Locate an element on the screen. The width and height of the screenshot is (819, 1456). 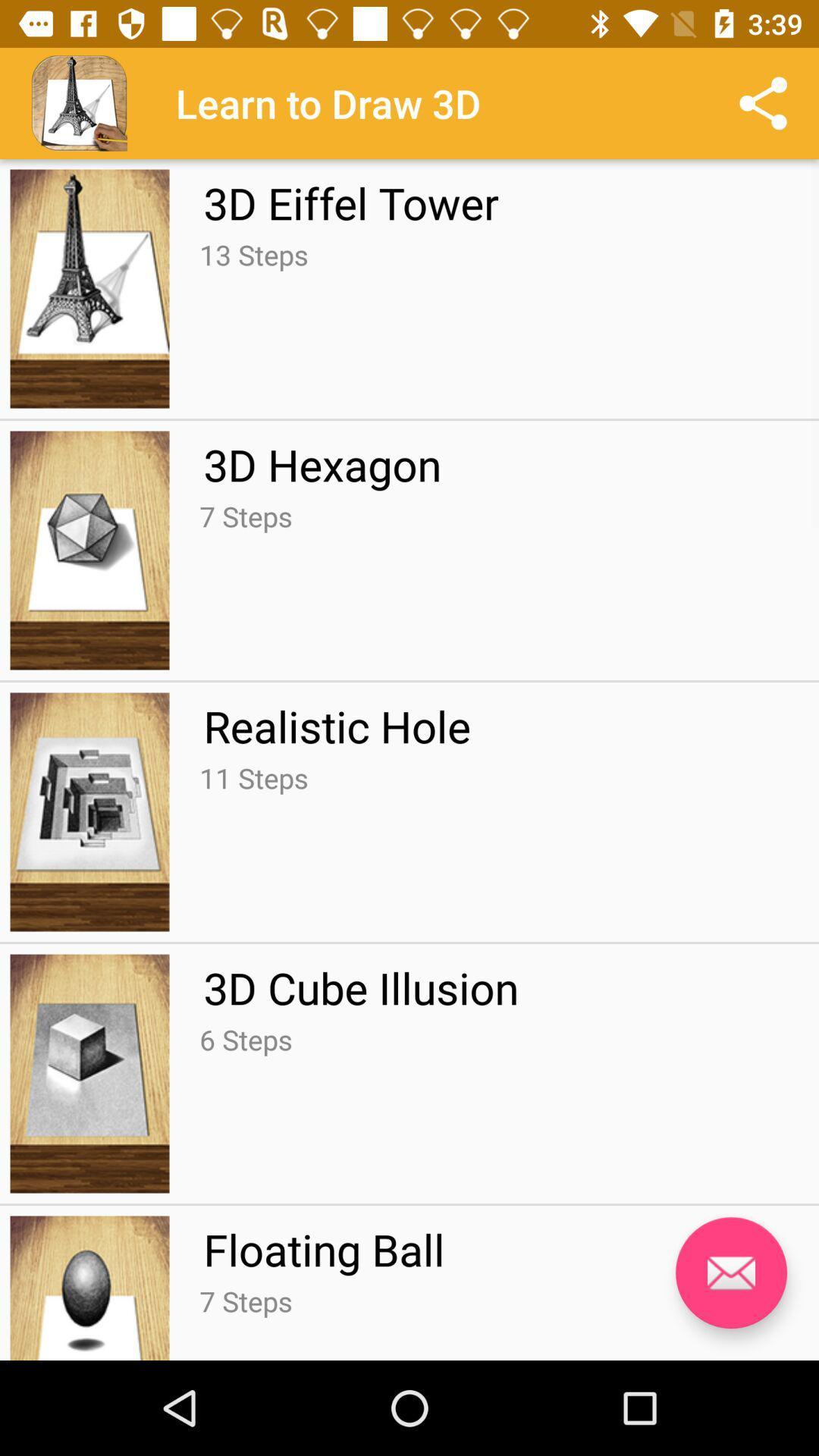
item below the 7 steps icon is located at coordinates (336, 725).